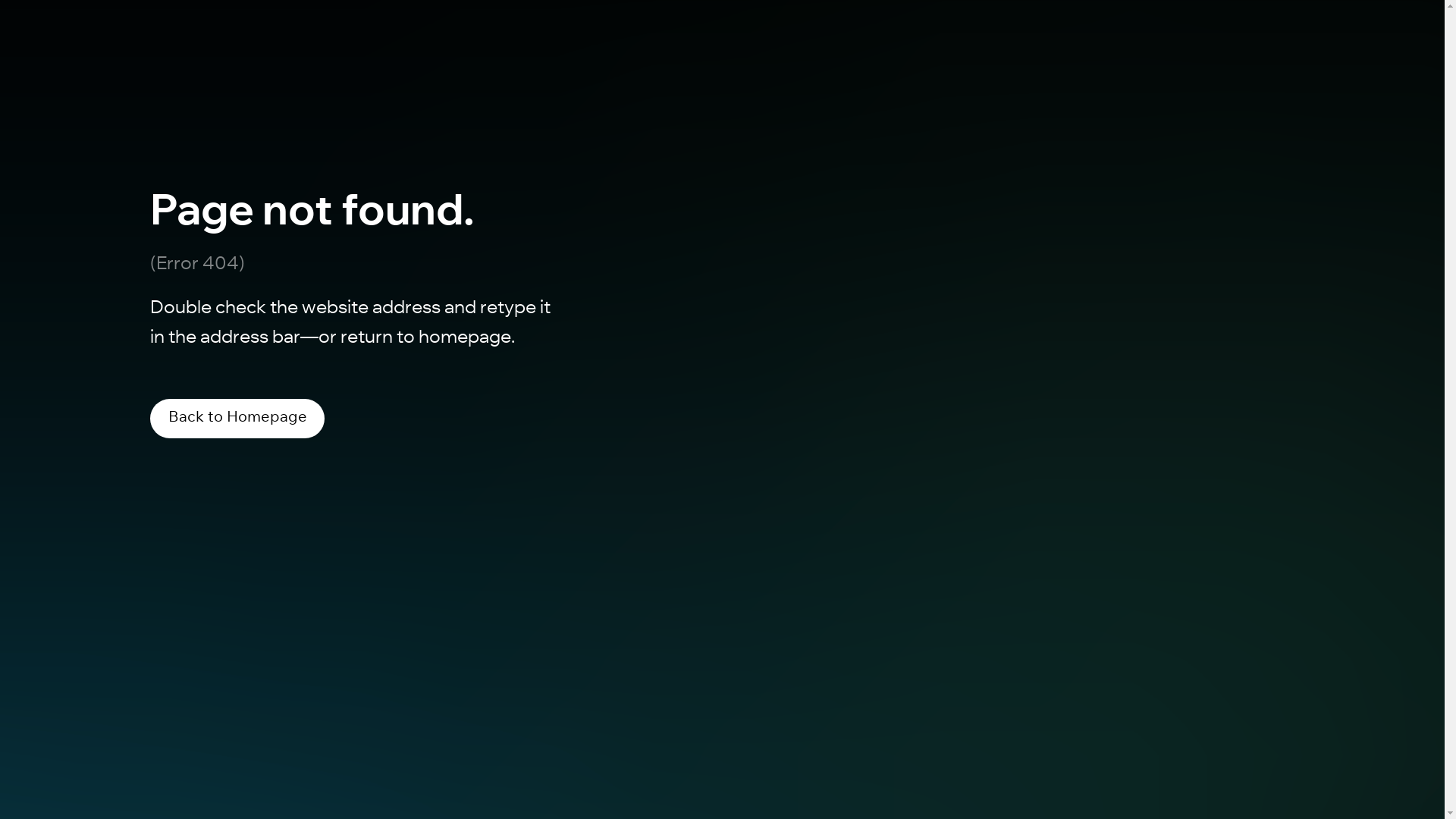  Describe the element at coordinates (236, 418) in the screenshot. I see `'Back to Homepage'` at that location.